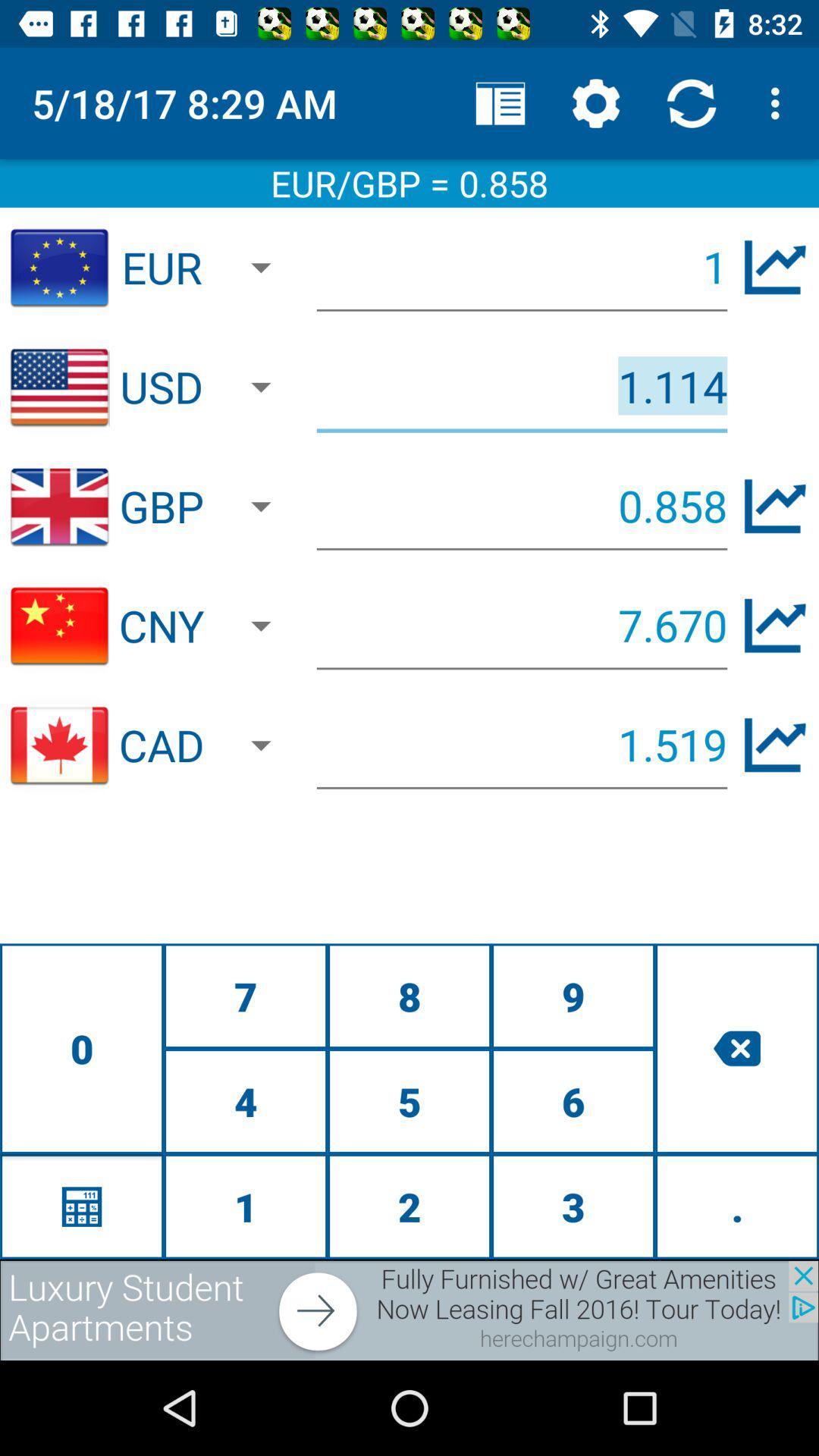 The image size is (819, 1456). What do you see at coordinates (82, 1206) in the screenshot?
I see `calculator` at bounding box center [82, 1206].